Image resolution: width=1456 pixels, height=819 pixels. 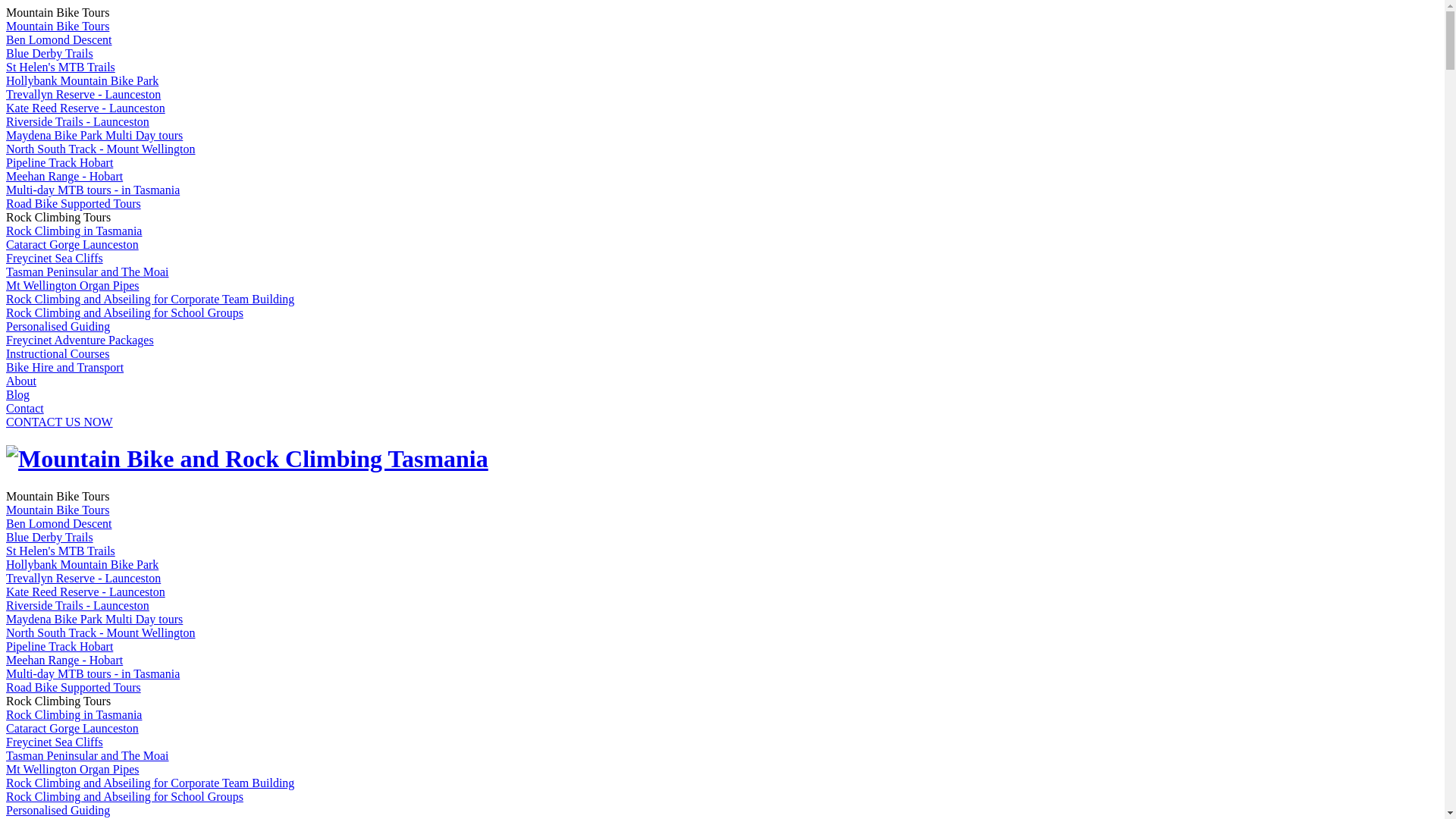 I want to click on 'Multi-day MTB tours - in Tasmania', so click(x=92, y=673).